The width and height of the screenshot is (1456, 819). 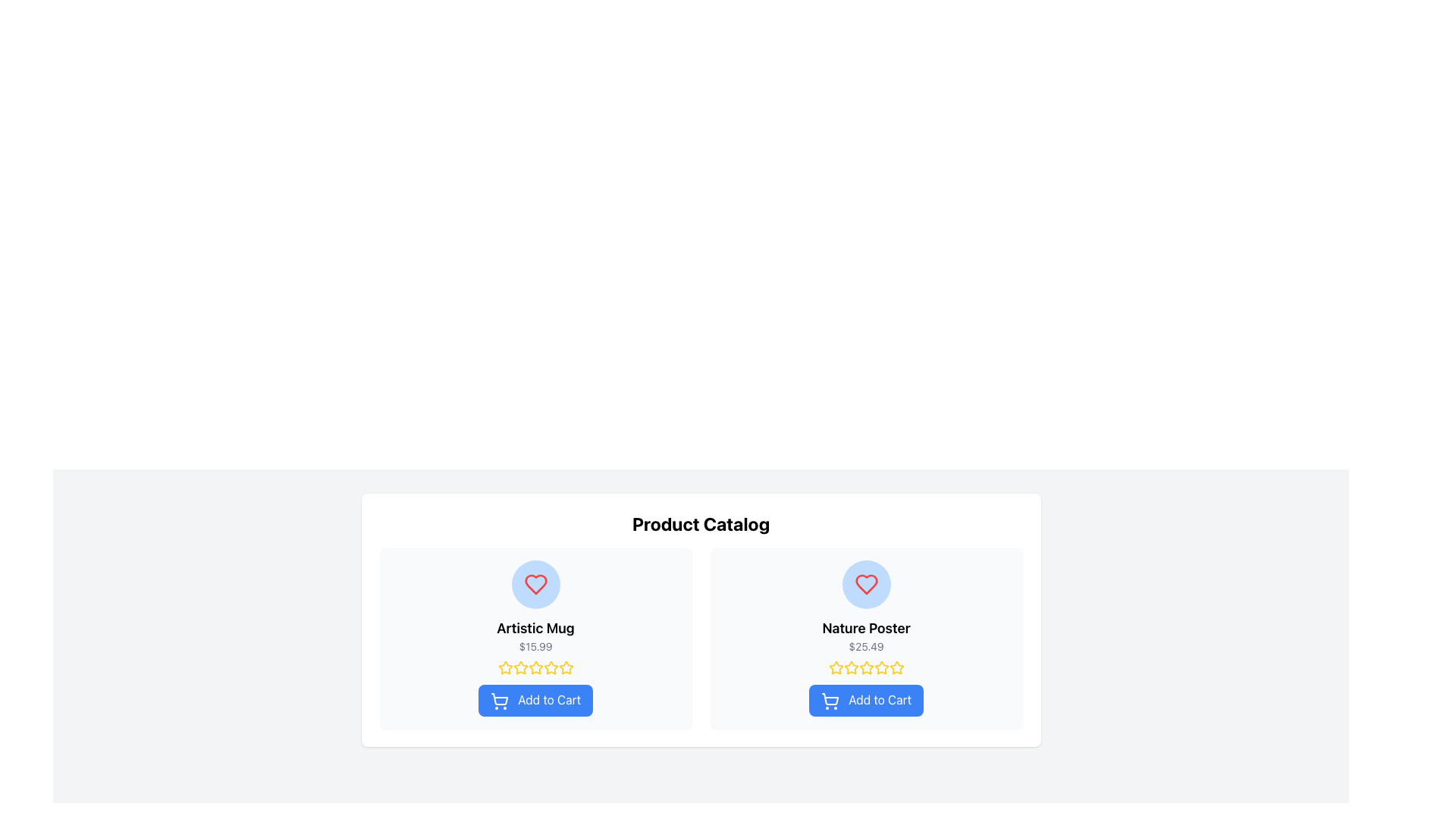 I want to click on the first yellow star icon in the Interactive Star Indicator below the 'Artistic Mug' text, so click(x=520, y=667).